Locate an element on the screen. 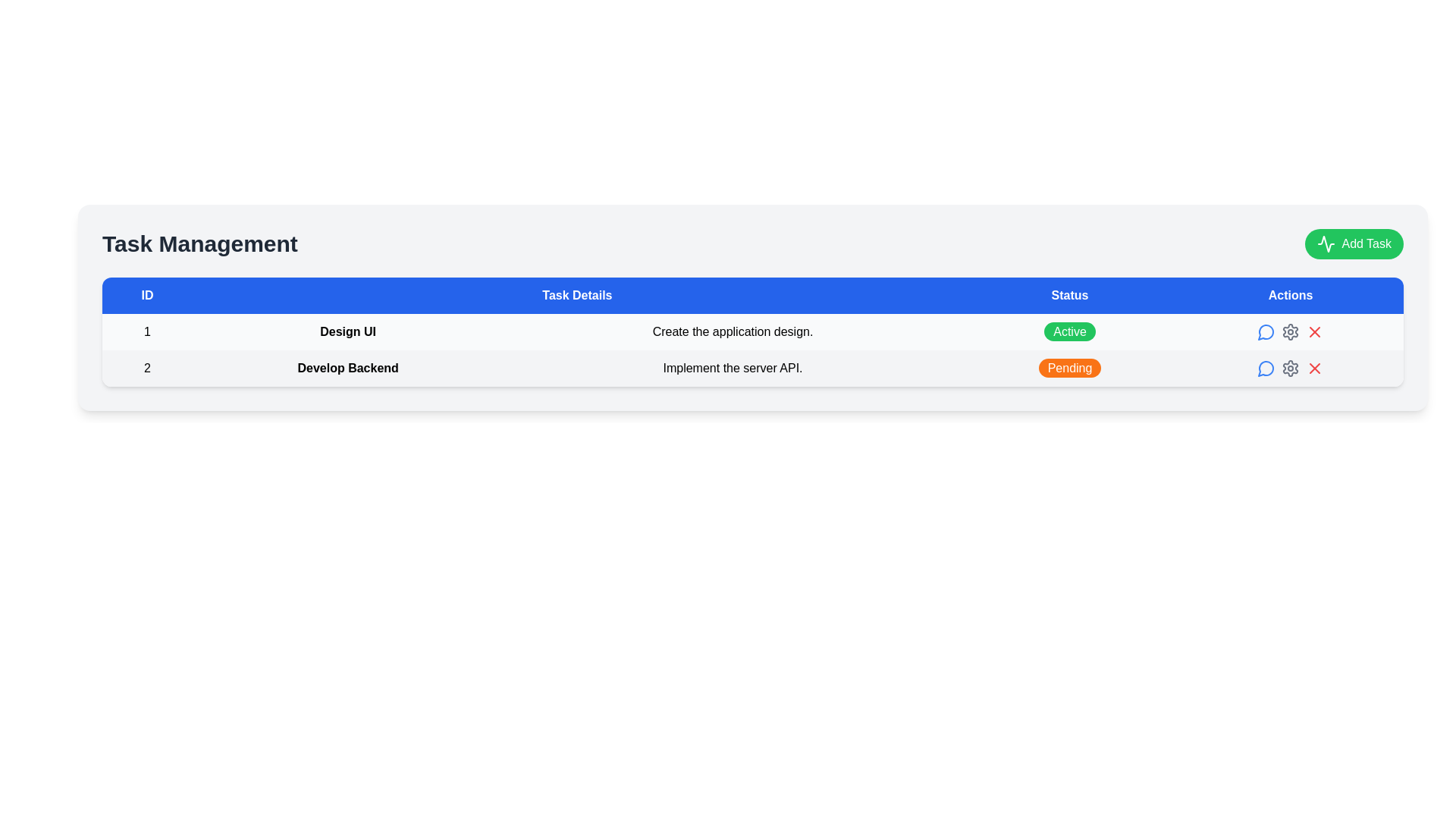  the small waveform icon located to the left of the 'Add Task' button is located at coordinates (1326, 243).